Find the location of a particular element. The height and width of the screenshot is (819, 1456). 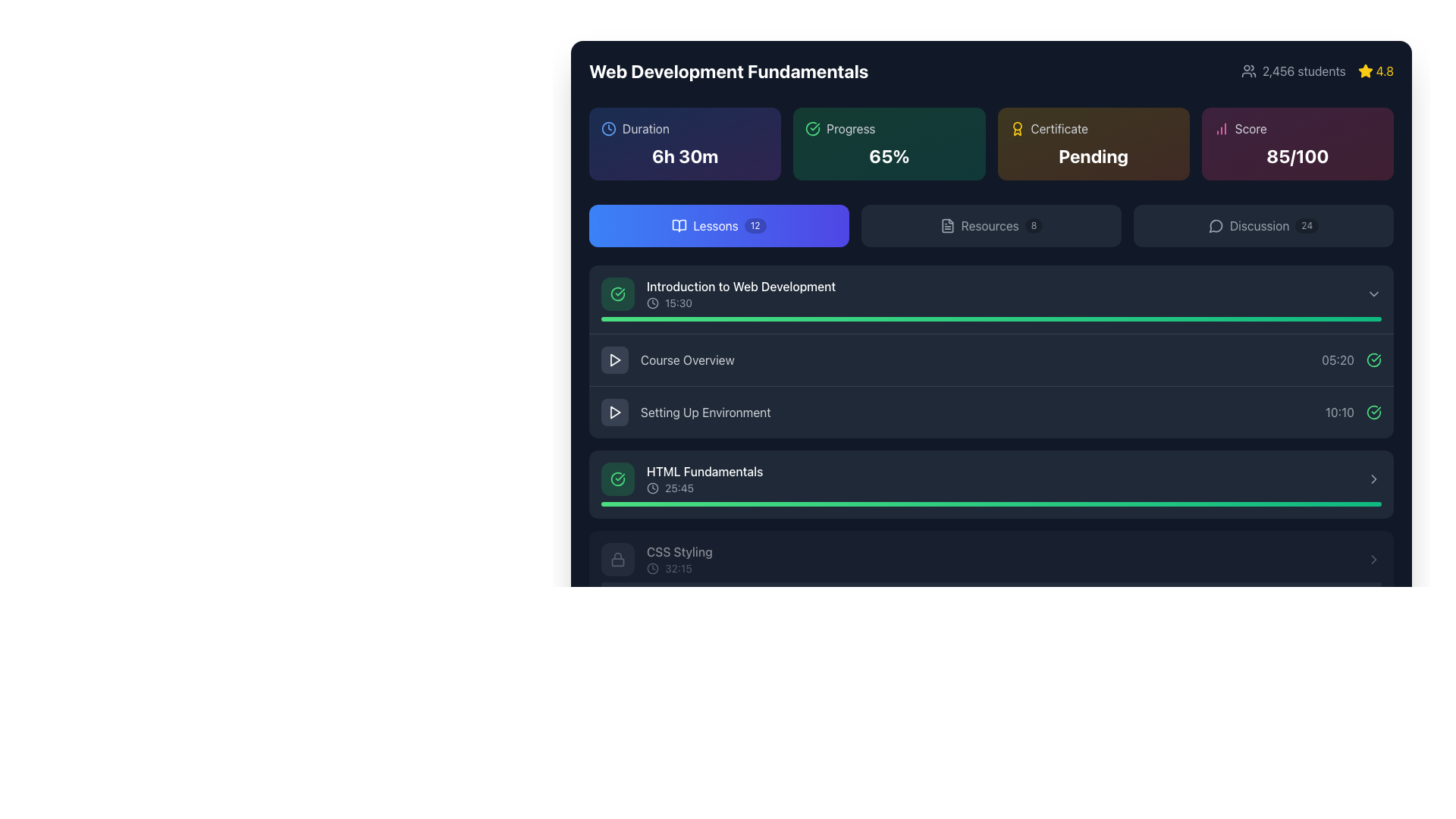

the SVG circle element that is part of the clock icon located in the bottom third of the interface, which has an outlined stroke and is near the 'HTML Fundamentals' section is located at coordinates (652, 488).